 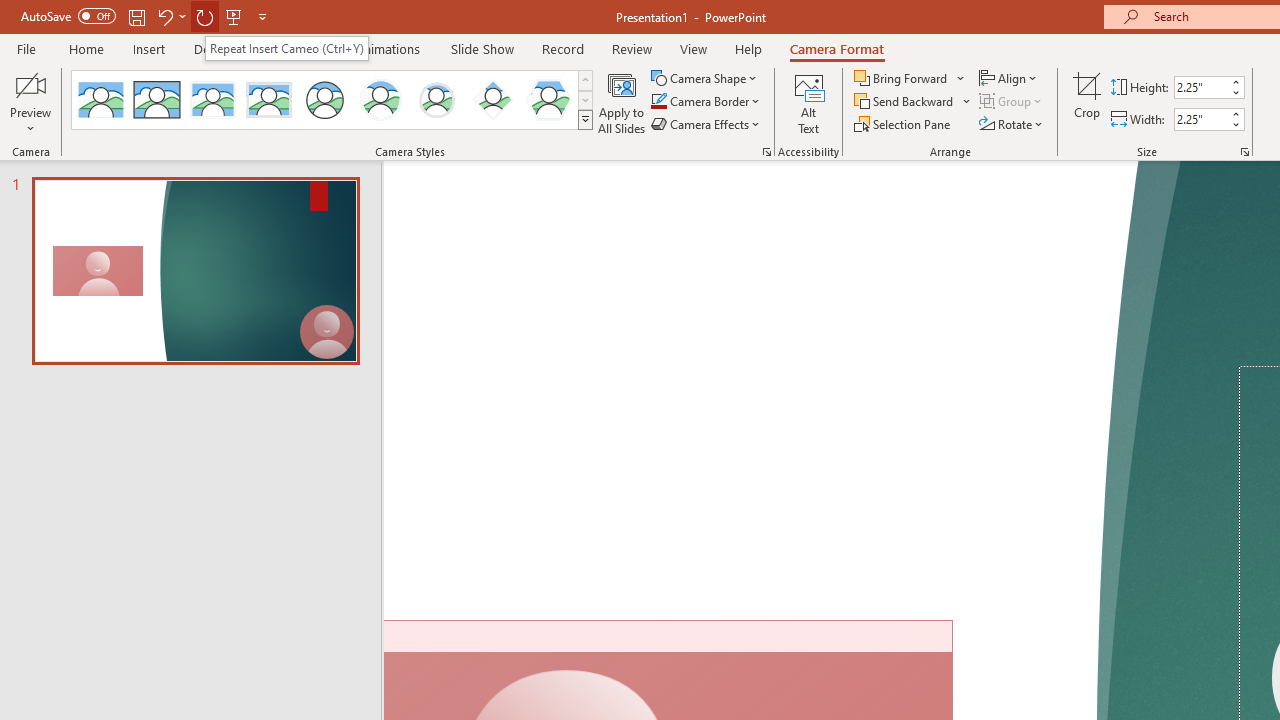 I want to click on 'AutoSave', so click(x=68, y=16).